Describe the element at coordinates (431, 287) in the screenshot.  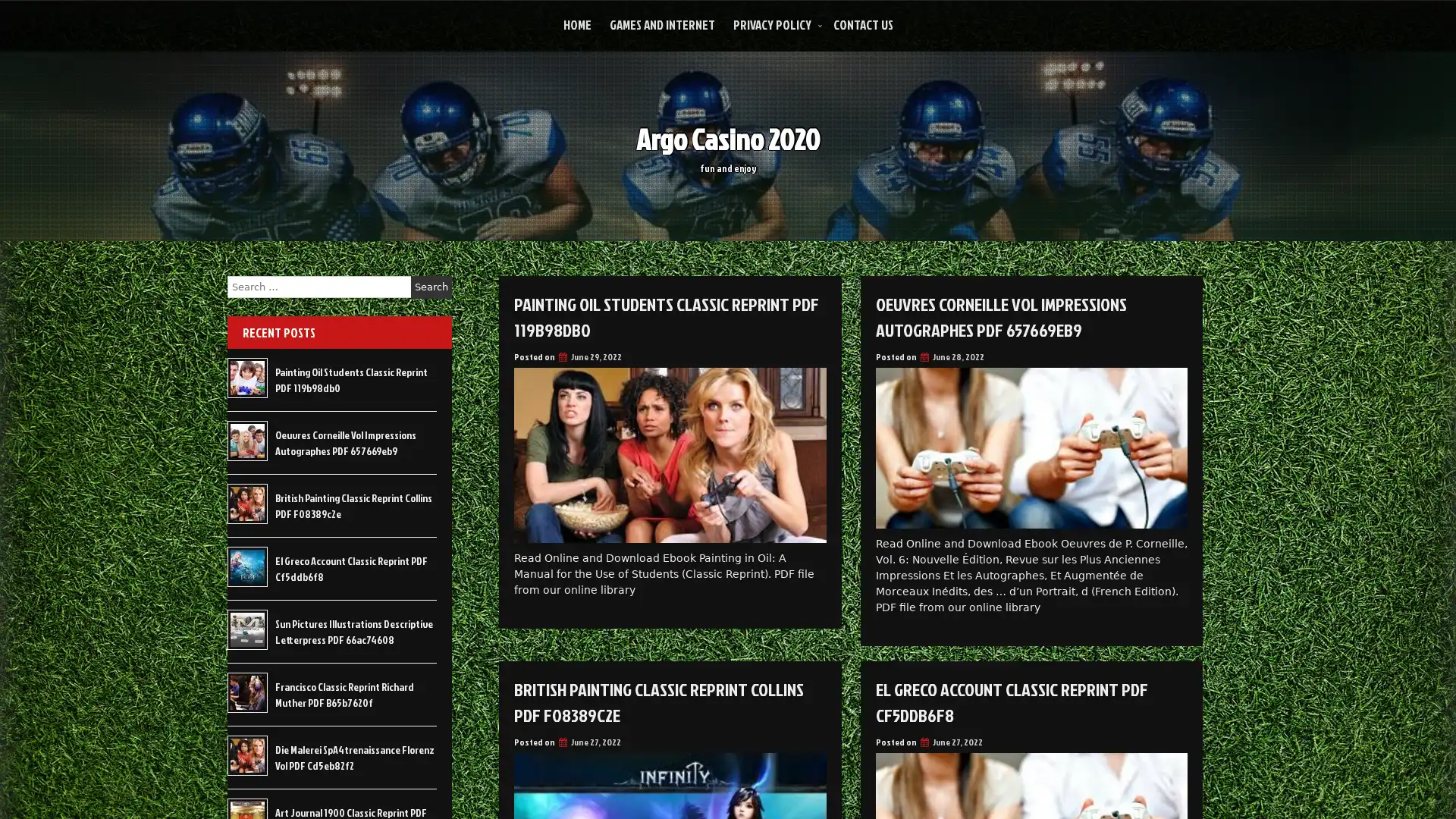
I see `Search` at that location.